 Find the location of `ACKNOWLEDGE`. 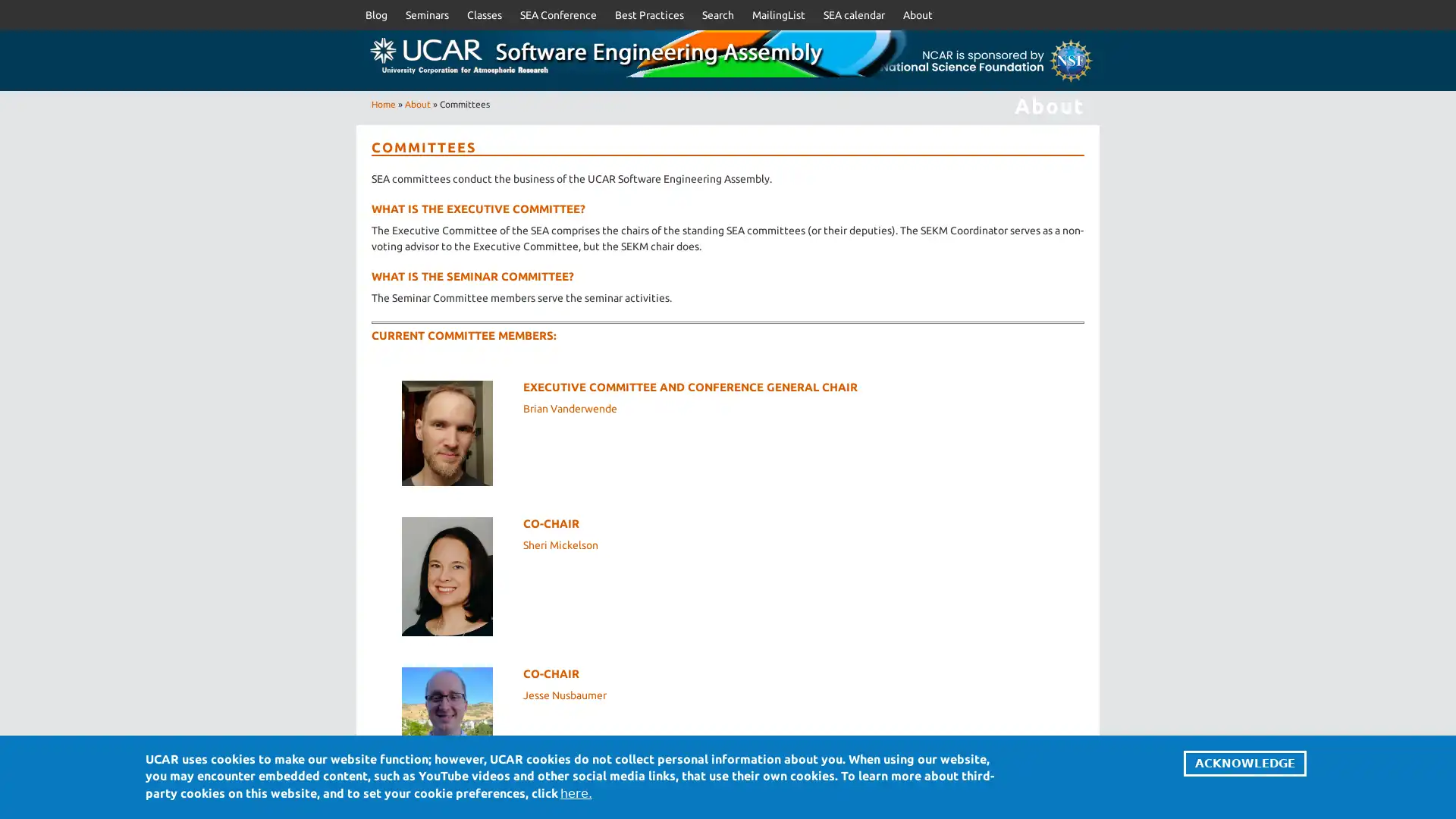

ACKNOWLEDGE is located at coordinates (1244, 763).